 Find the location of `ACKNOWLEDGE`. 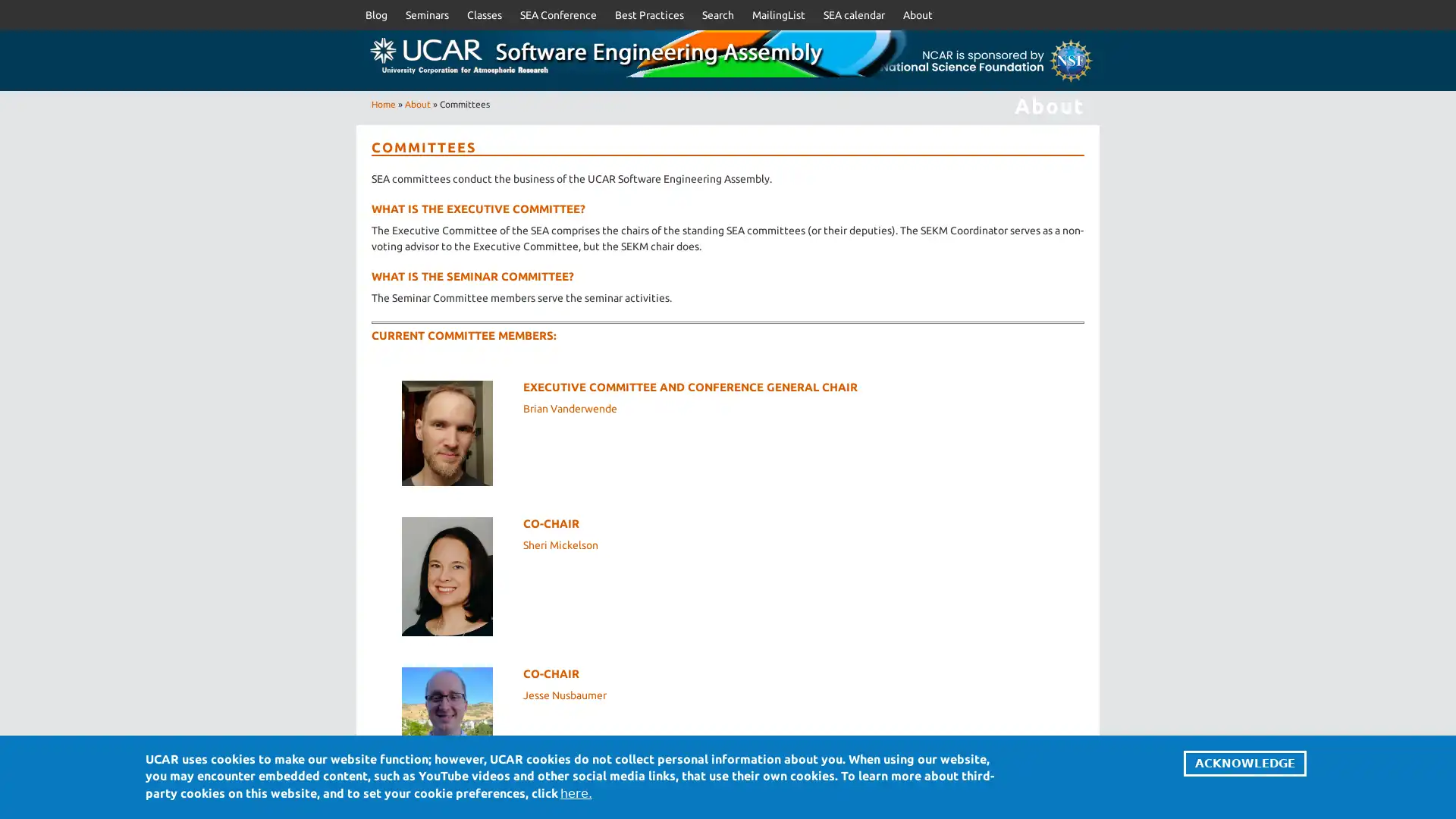

ACKNOWLEDGE is located at coordinates (1244, 763).